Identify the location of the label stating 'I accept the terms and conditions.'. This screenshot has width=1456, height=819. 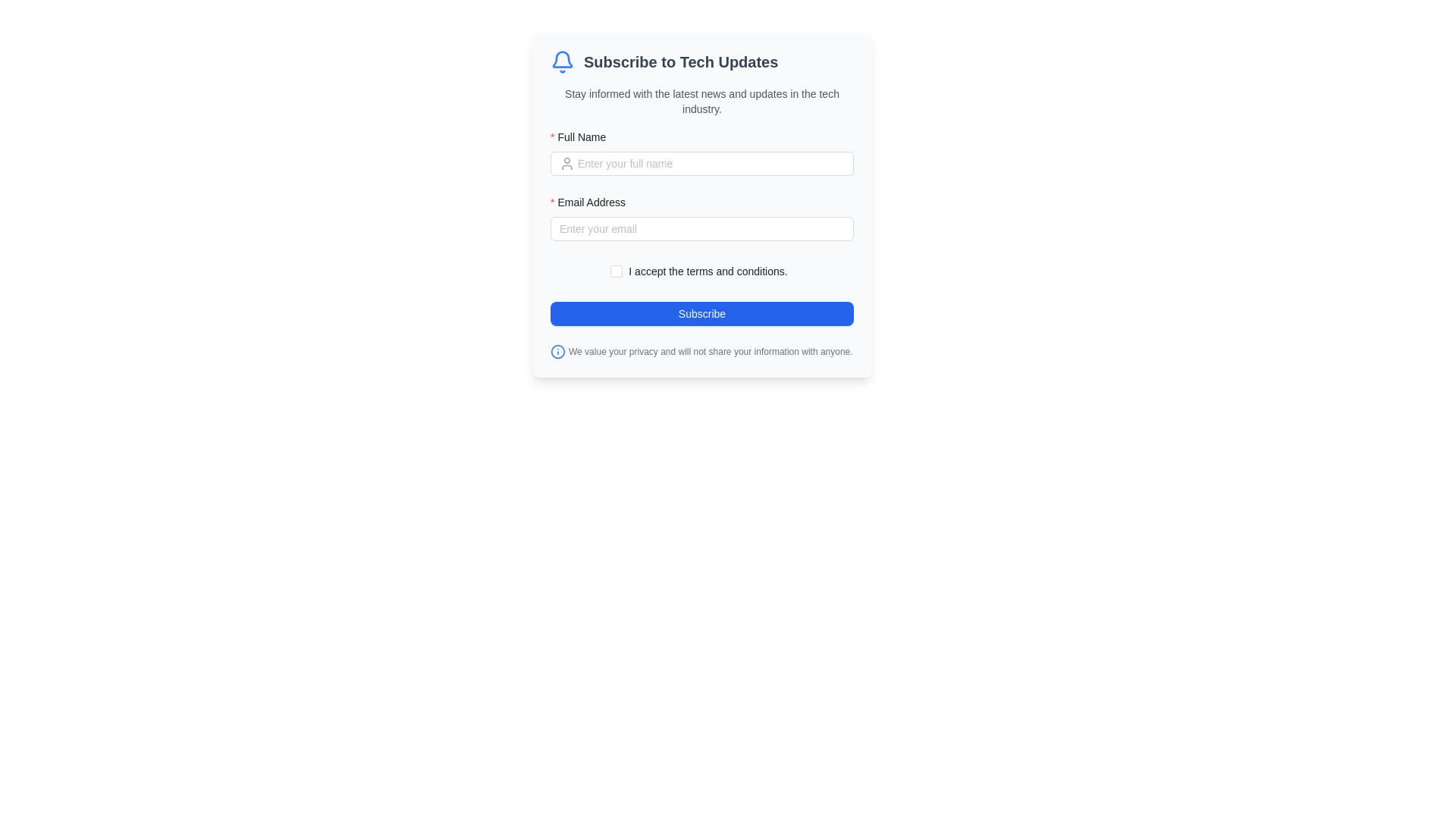
(708, 271).